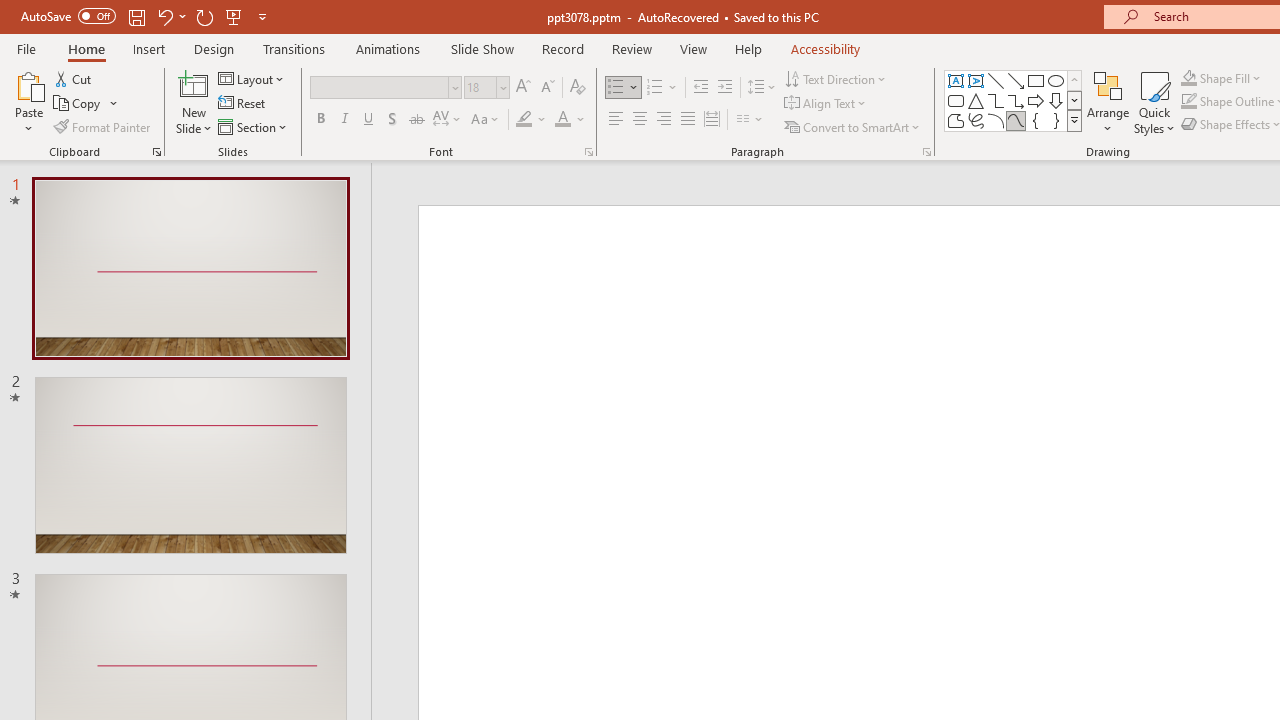 Image resolution: width=1280 pixels, height=720 pixels. What do you see at coordinates (640, 119) in the screenshot?
I see `'Center'` at bounding box center [640, 119].